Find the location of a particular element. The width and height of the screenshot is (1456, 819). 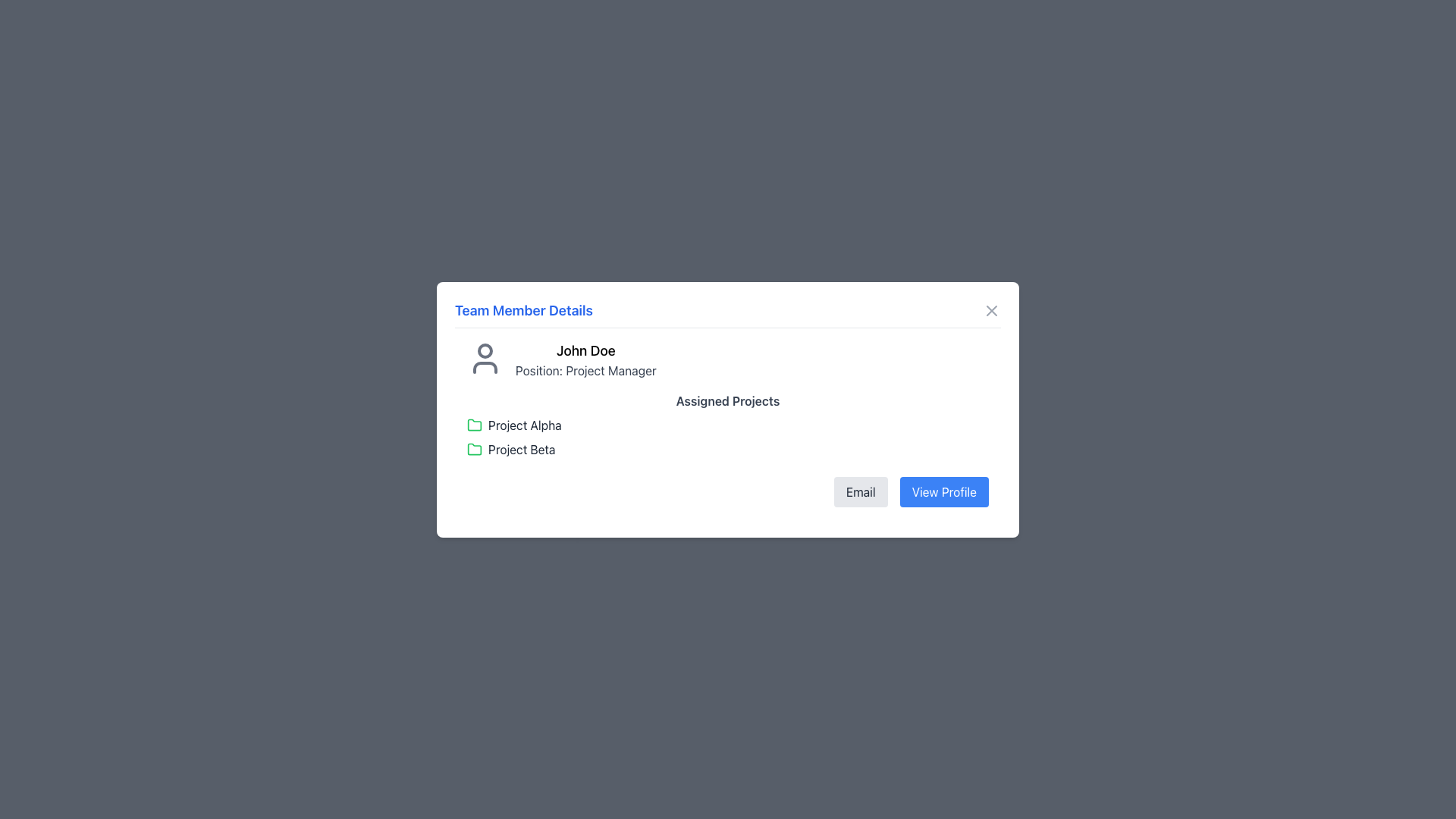

the Text Display element that presents the name and job position of the individual associated with the profile being viewed, located to the right of the user profile icon in the upper left portion of the dialog box is located at coordinates (585, 359).